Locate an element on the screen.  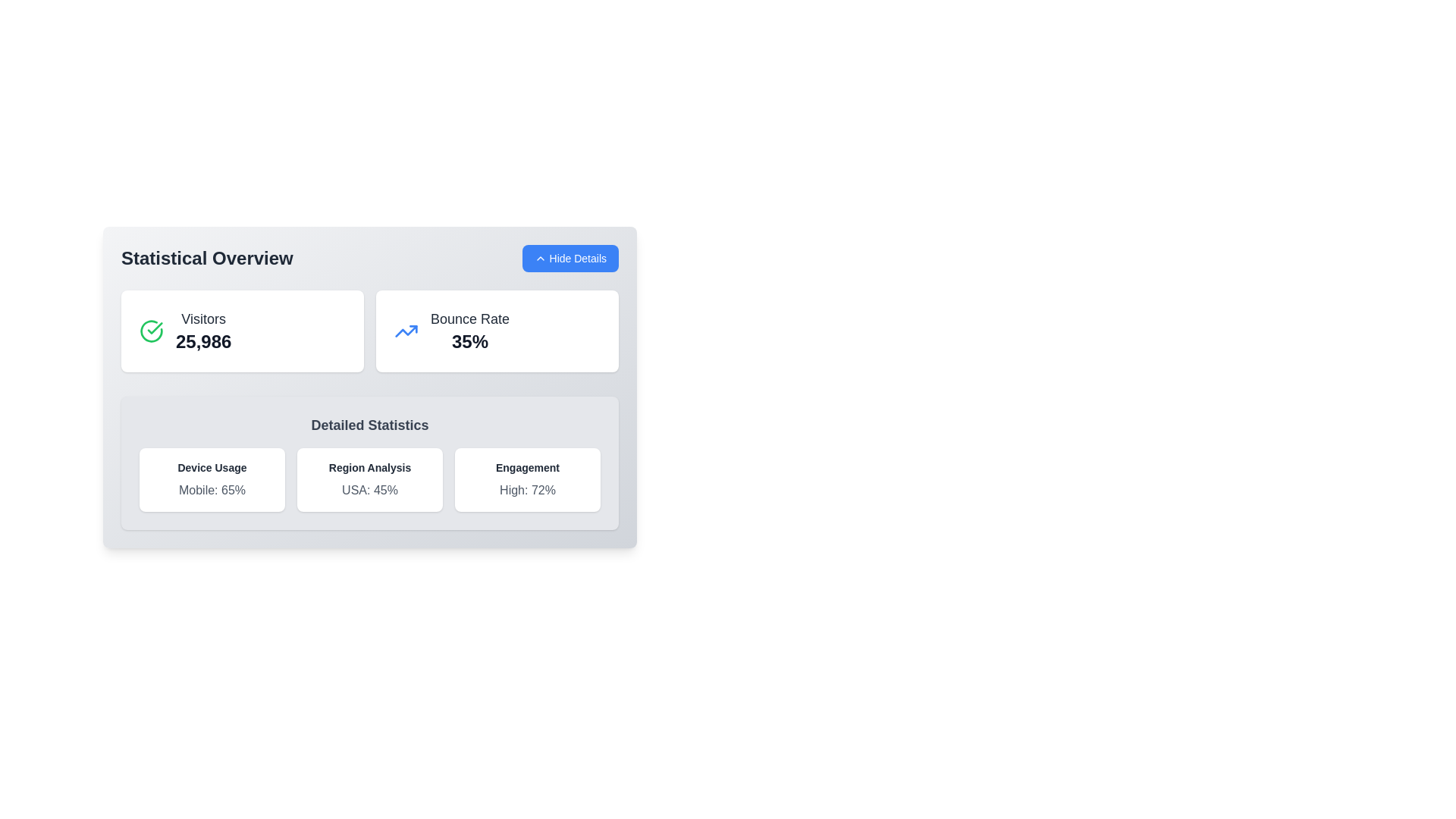
the bold text label reading 'Region Analysis', which is styled in small font and is located under the 'Detailed Statistics' section, positioned above 'USA: 45%' is located at coordinates (370, 467).